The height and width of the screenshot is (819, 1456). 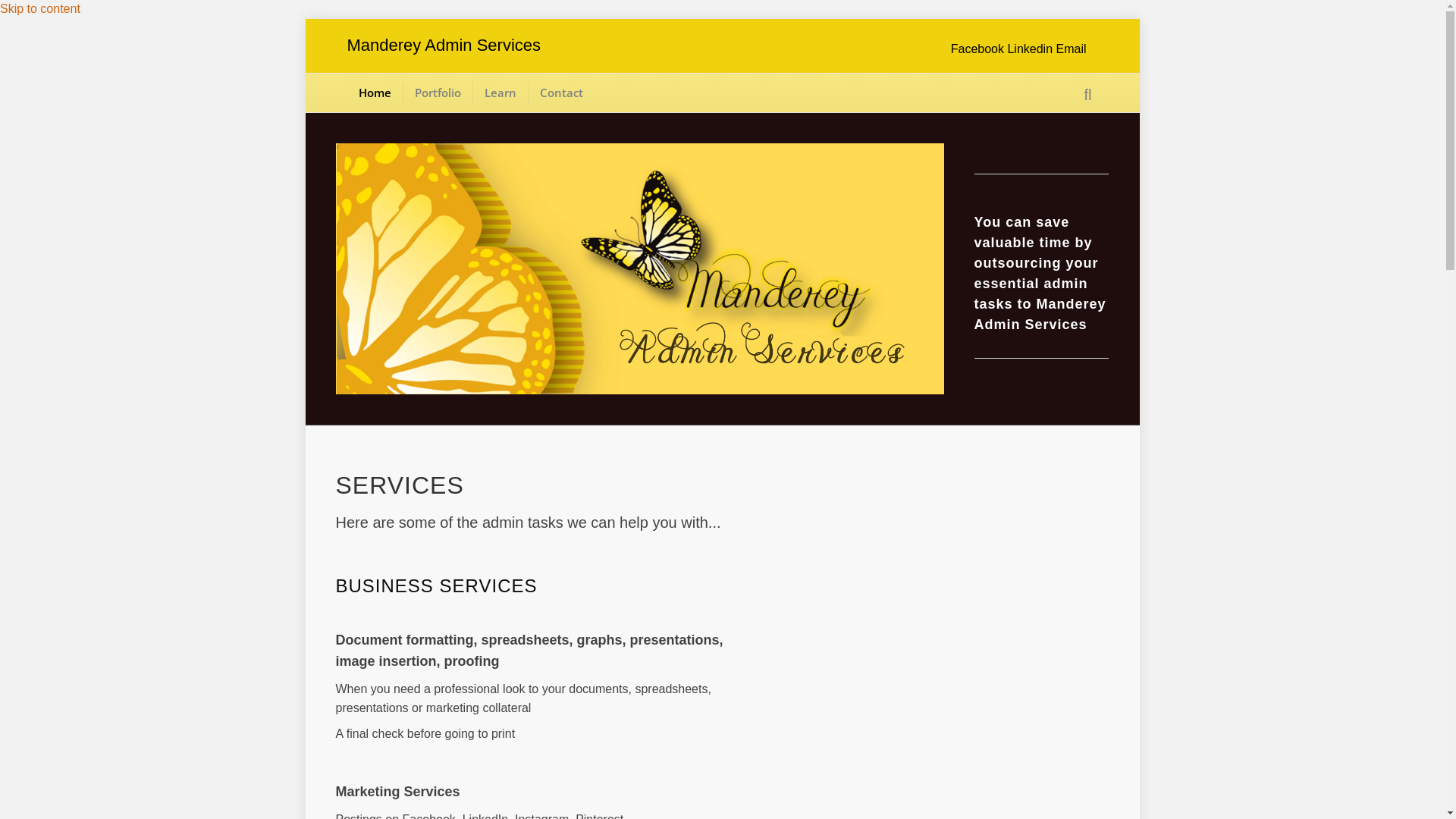 I want to click on 'Email', so click(x=1069, y=48).